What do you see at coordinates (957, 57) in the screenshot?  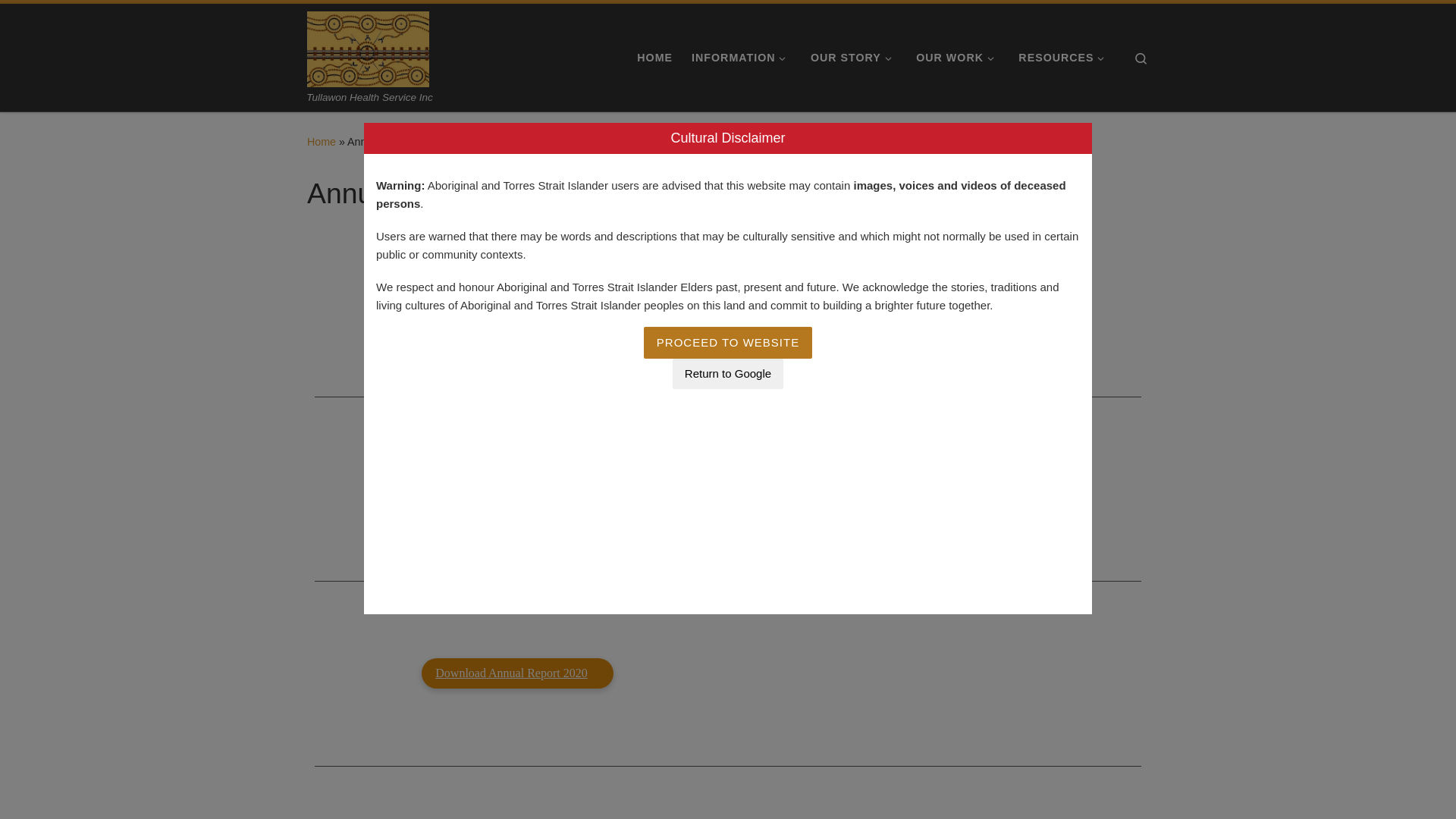 I see `'OUR WORK'` at bounding box center [957, 57].